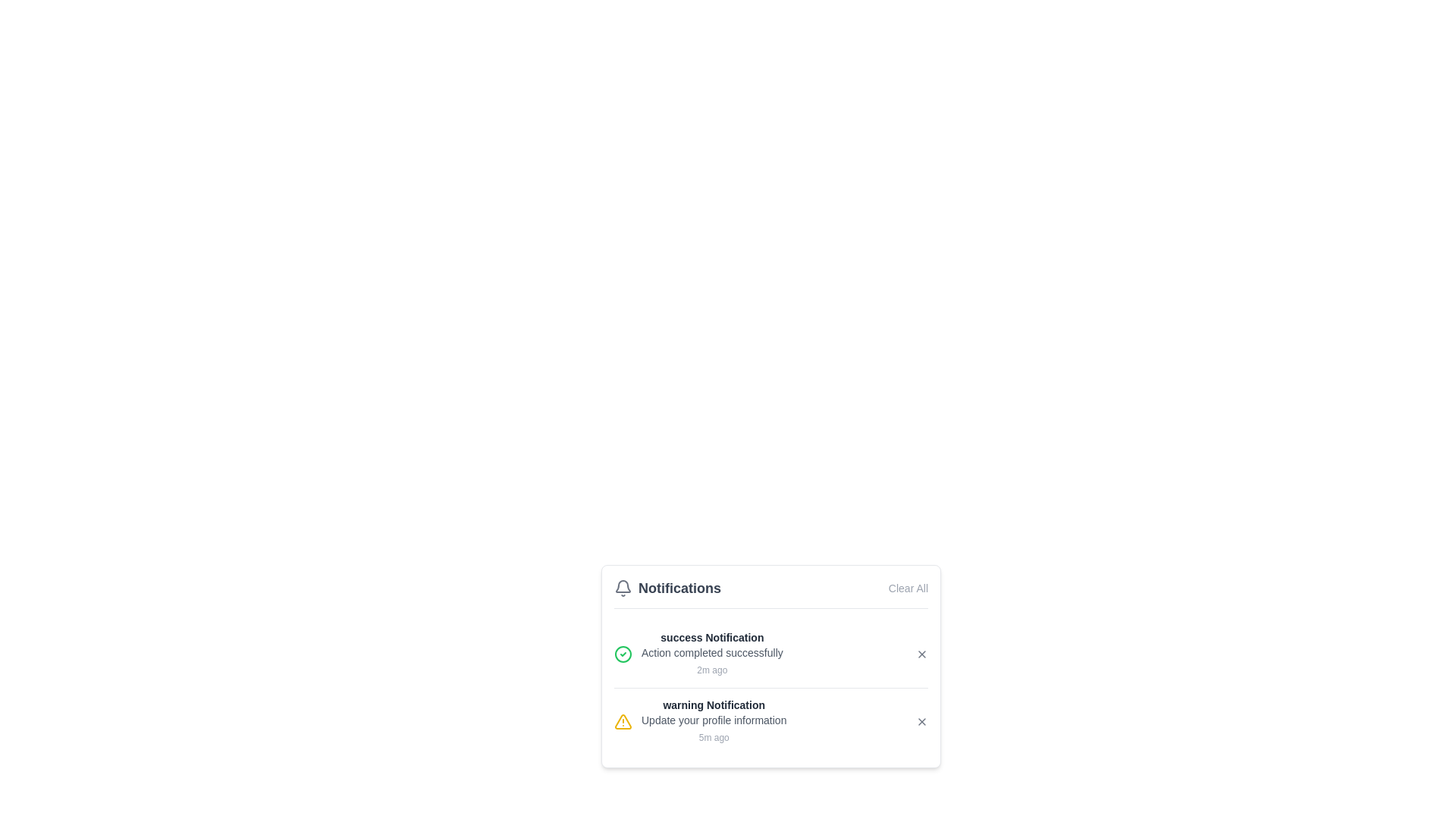 The width and height of the screenshot is (1456, 819). What do you see at coordinates (623, 587) in the screenshot?
I see `the appearance of the gray bell-shaped icon located in the header of the notification popup, positioned to the left of the 'Notifications' text` at bounding box center [623, 587].